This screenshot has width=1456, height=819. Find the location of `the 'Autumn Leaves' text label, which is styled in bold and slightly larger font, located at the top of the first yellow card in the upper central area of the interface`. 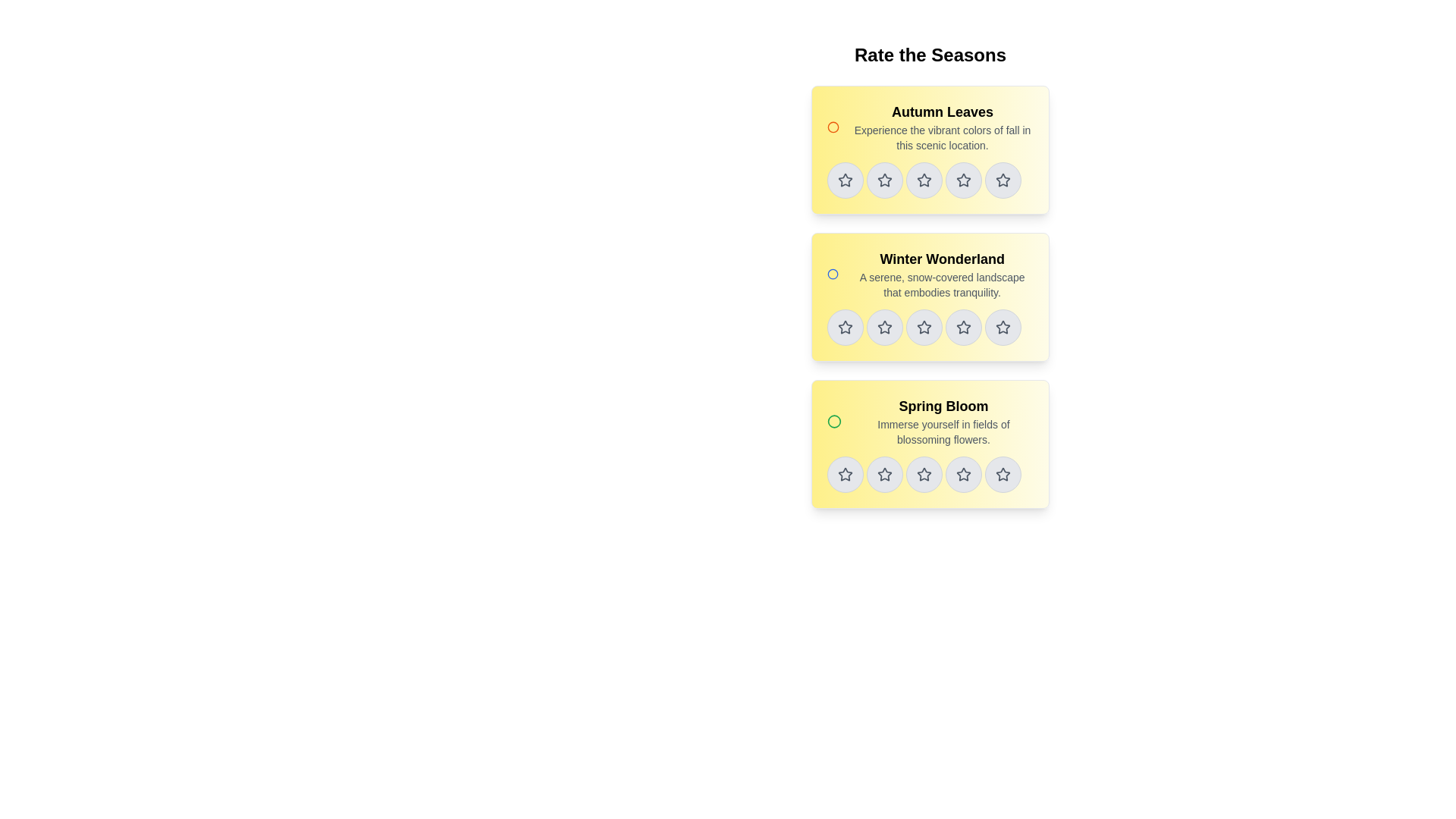

the 'Autumn Leaves' text label, which is styled in bold and slightly larger font, located at the top of the first yellow card in the upper central area of the interface is located at coordinates (942, 111).